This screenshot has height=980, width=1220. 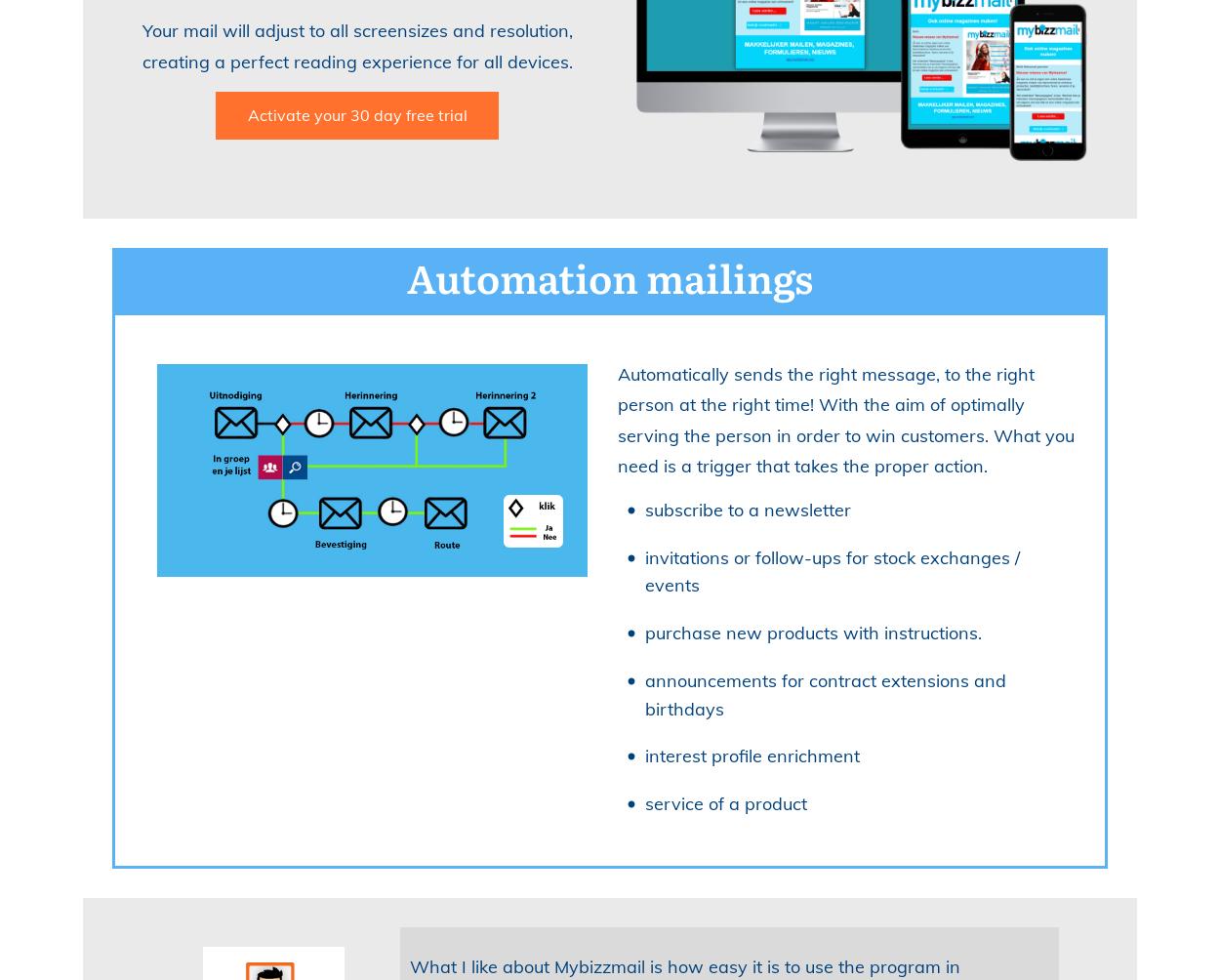 What do you see at coordinates (644, 755) in the screenshot?
I see `'interest profile enrichment'` at bounding box center [644, 755].